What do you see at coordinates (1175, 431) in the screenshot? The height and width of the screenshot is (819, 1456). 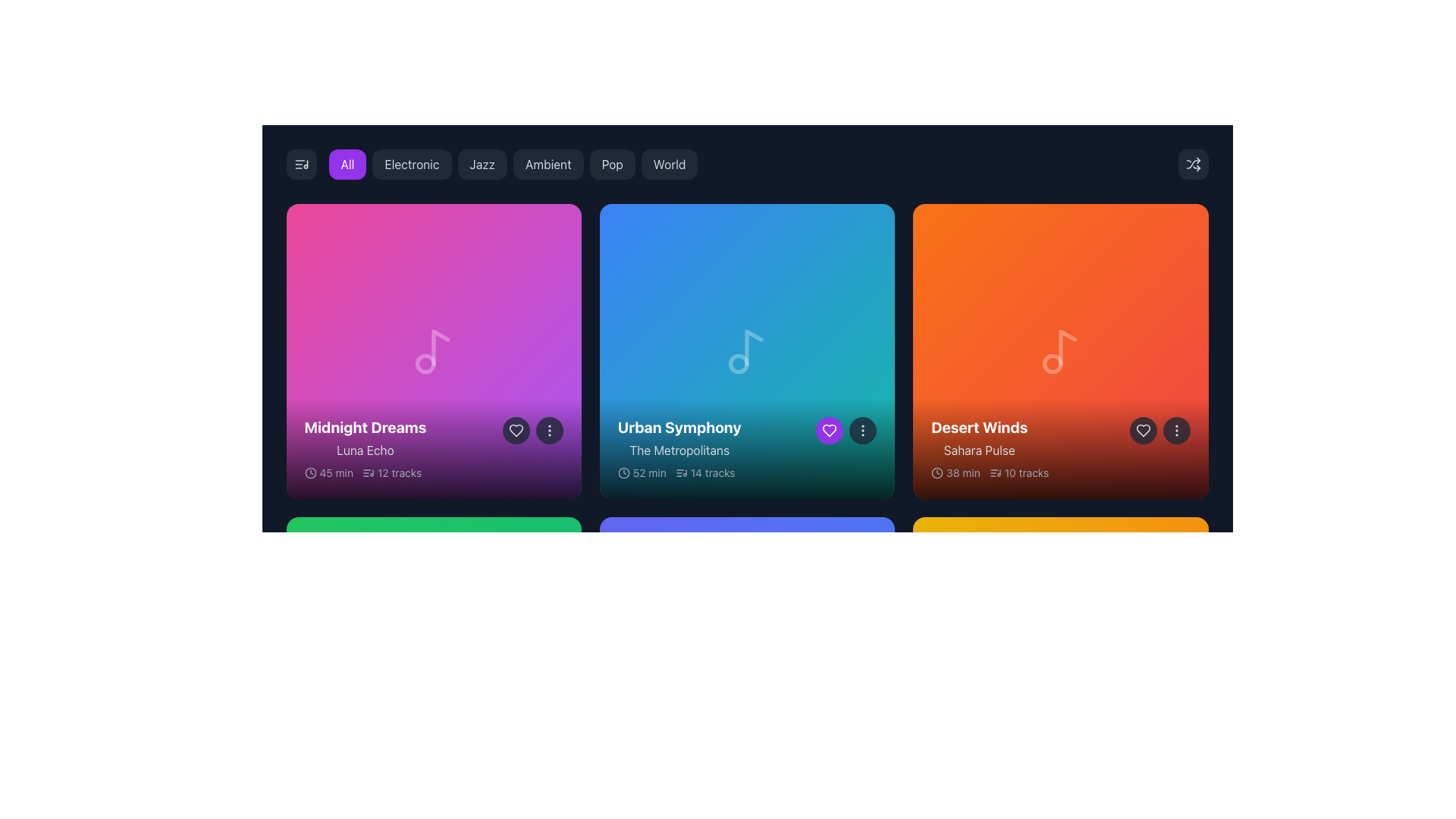 I see `the vertical ellipsis icon located in the bottom-right corner of the 'Desert Winds' card` at bounding box center [1175, 431].